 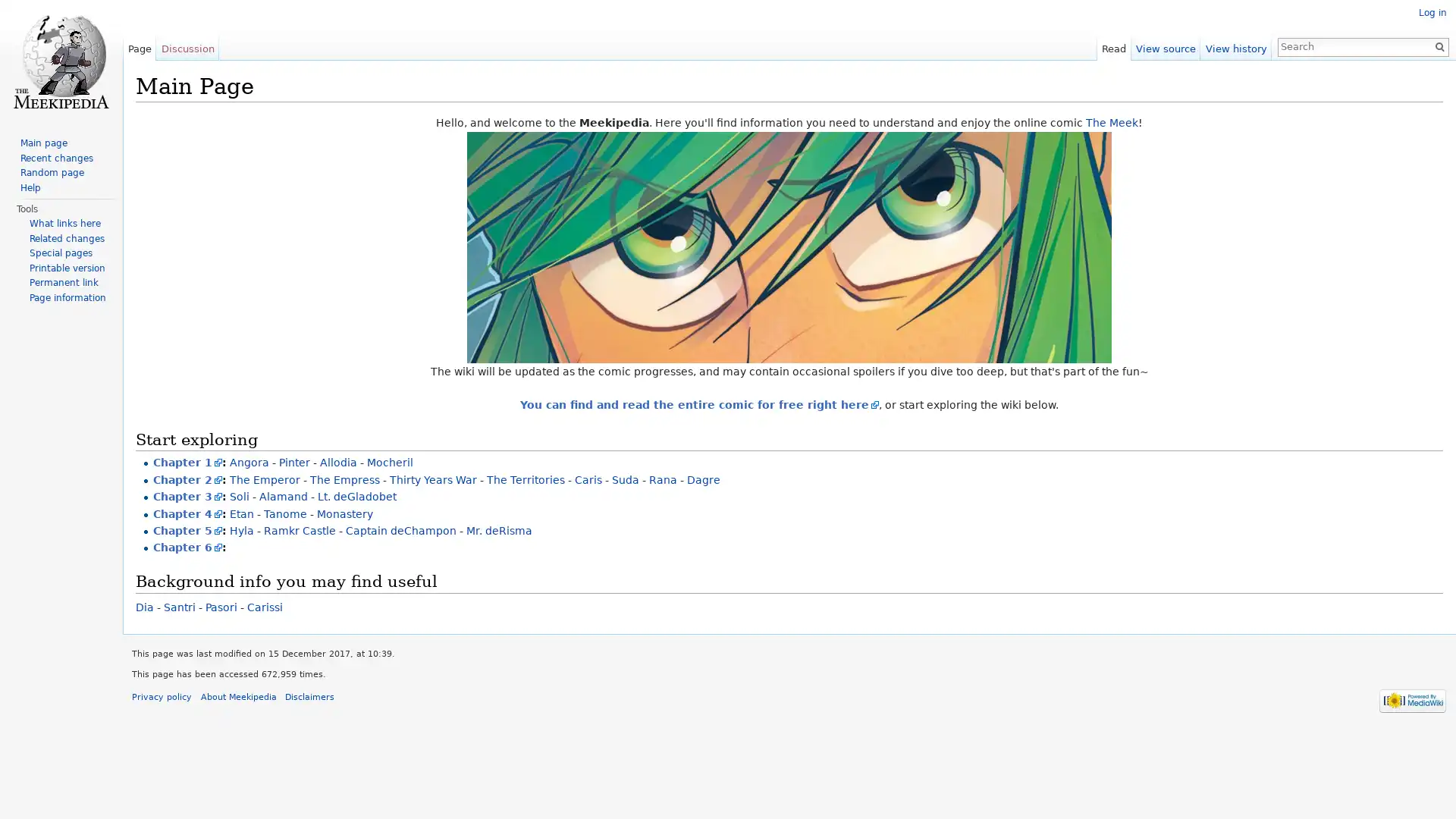 What do you see at coordinates (1433, 45) in the screenshot?
I see `Go` at bounding box center [1433, 45].